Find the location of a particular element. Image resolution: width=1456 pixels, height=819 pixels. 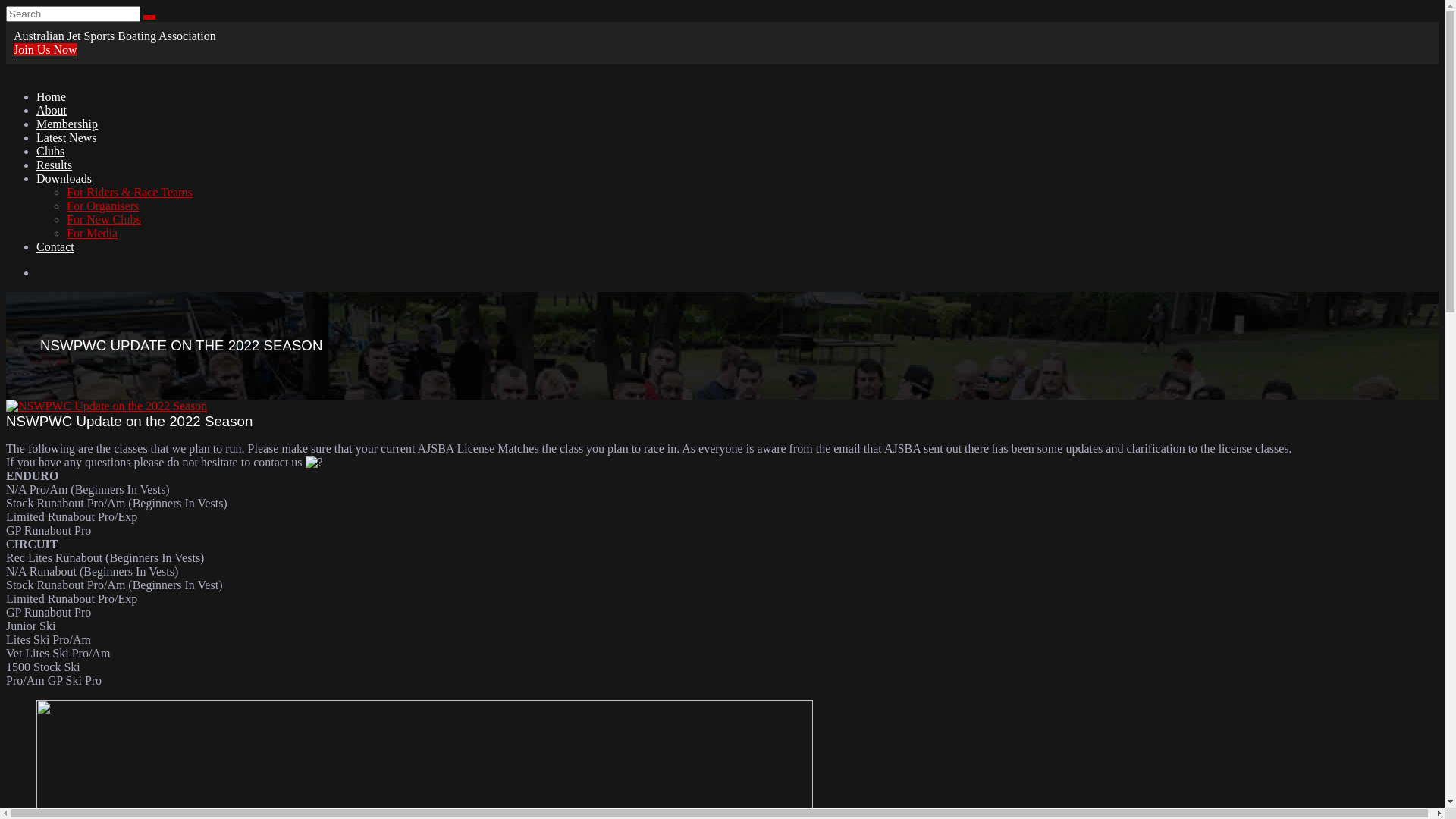

'Clubs' is located at coordinates (50, 151).